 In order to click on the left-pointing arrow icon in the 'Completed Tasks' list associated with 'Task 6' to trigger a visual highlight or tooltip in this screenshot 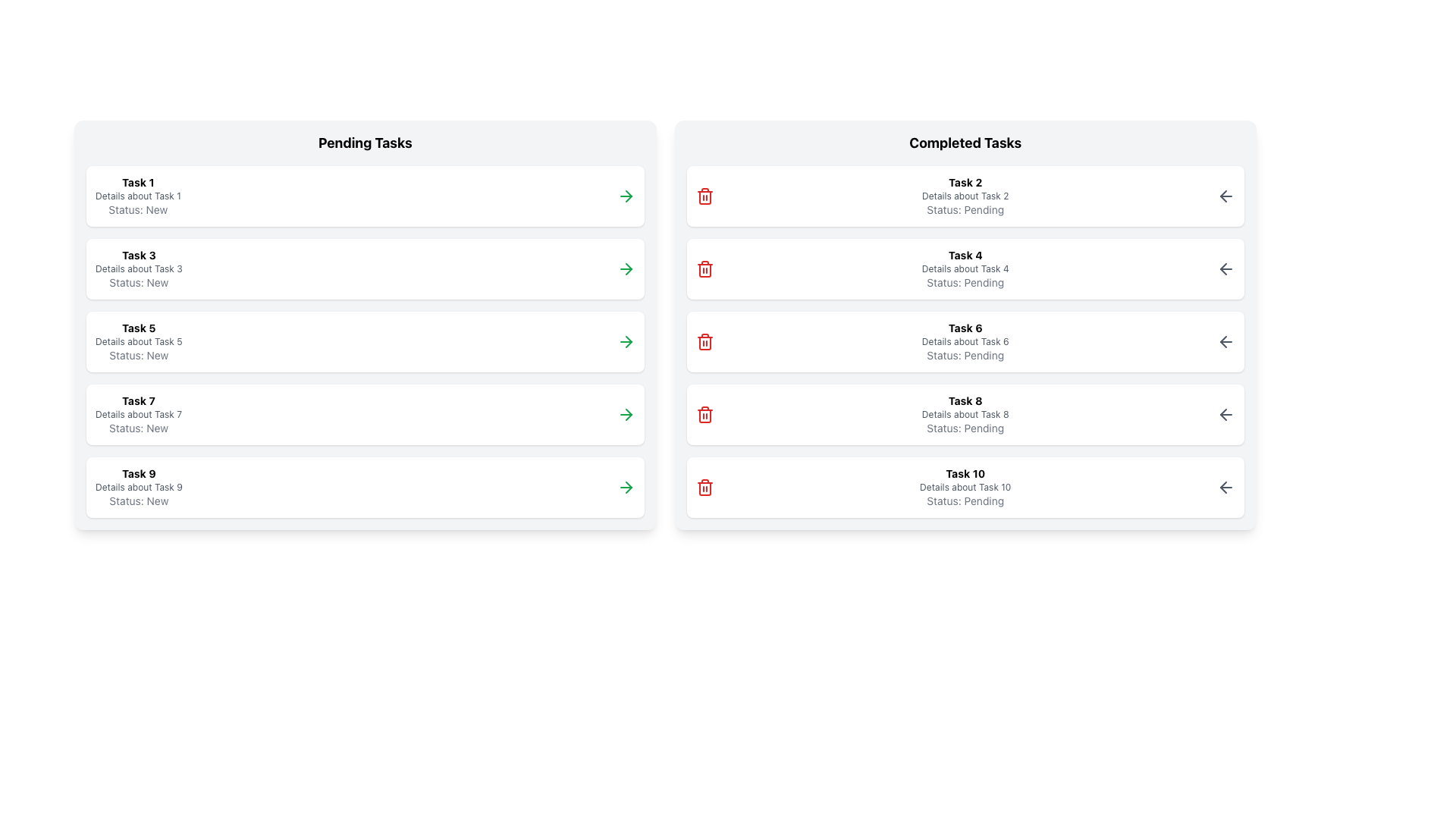, I will do `click(1223, 342)`.